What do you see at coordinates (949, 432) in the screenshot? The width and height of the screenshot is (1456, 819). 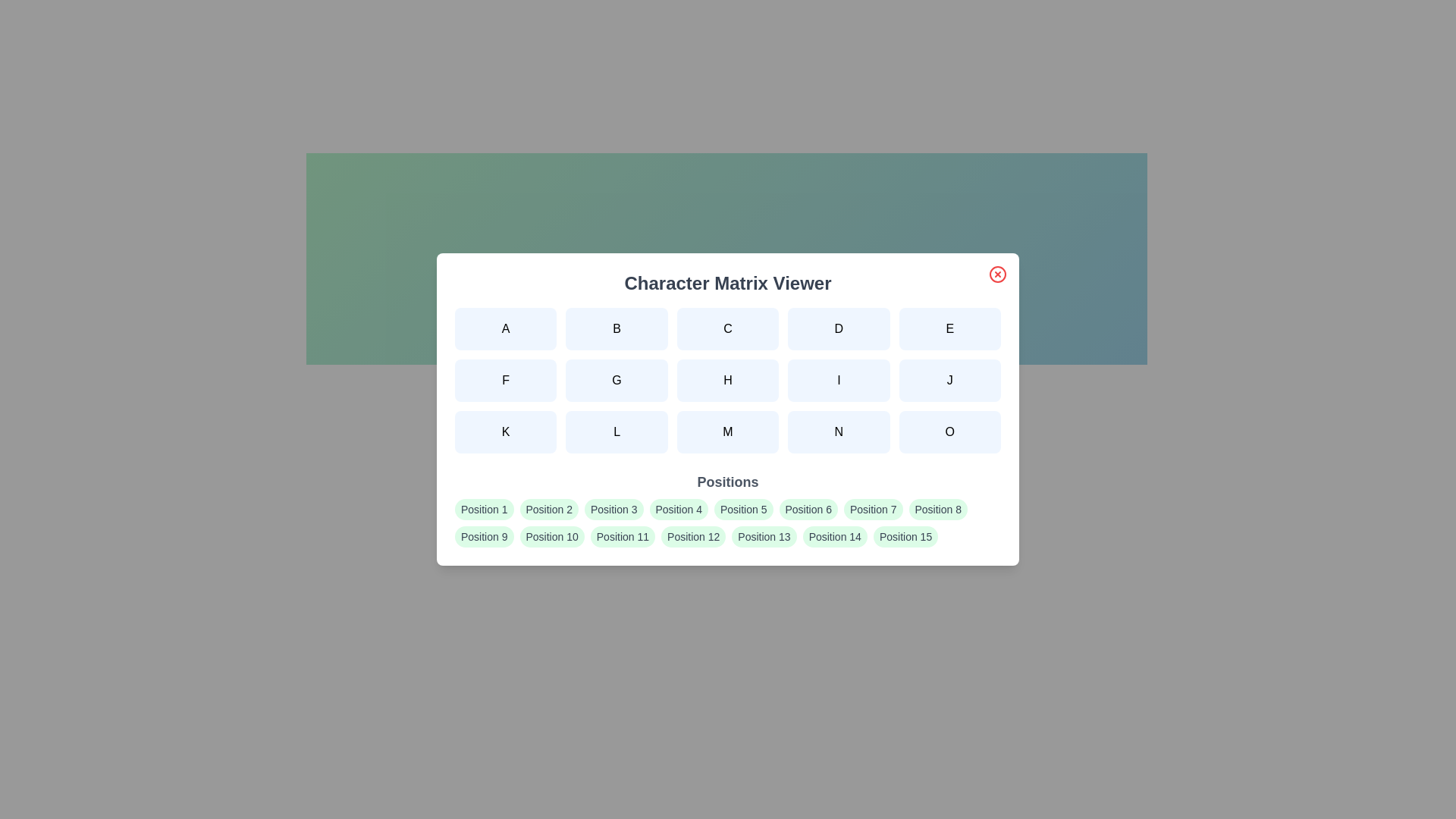 I see `the character button labeled O` at bounding box center [949, 432].